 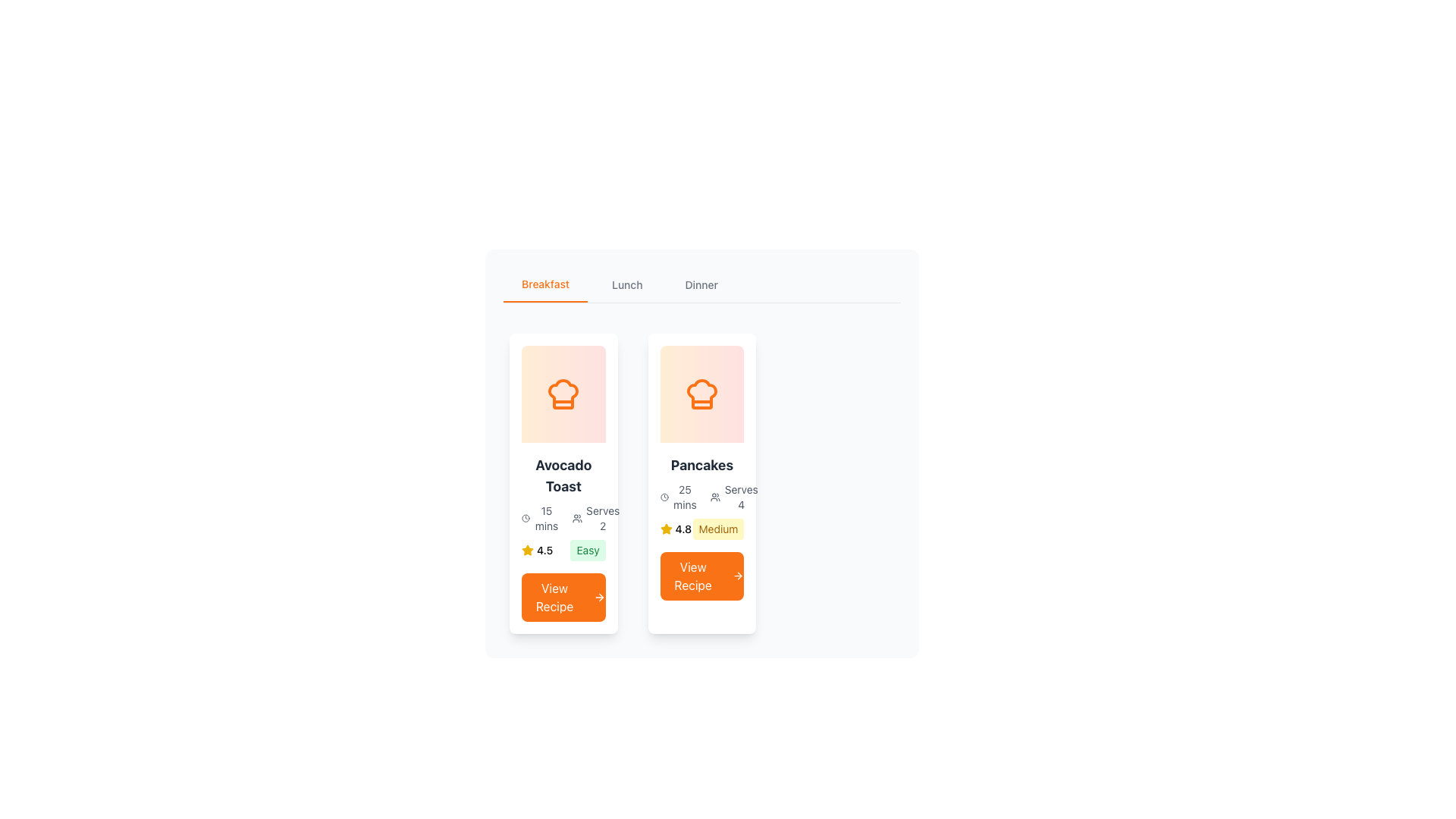 I want to click on the middle tab in the navigation bar to switch to the lunch content, which is positioned between the 'Breakfast' and 'Dinner' tabs, so click(x=627, y=284).